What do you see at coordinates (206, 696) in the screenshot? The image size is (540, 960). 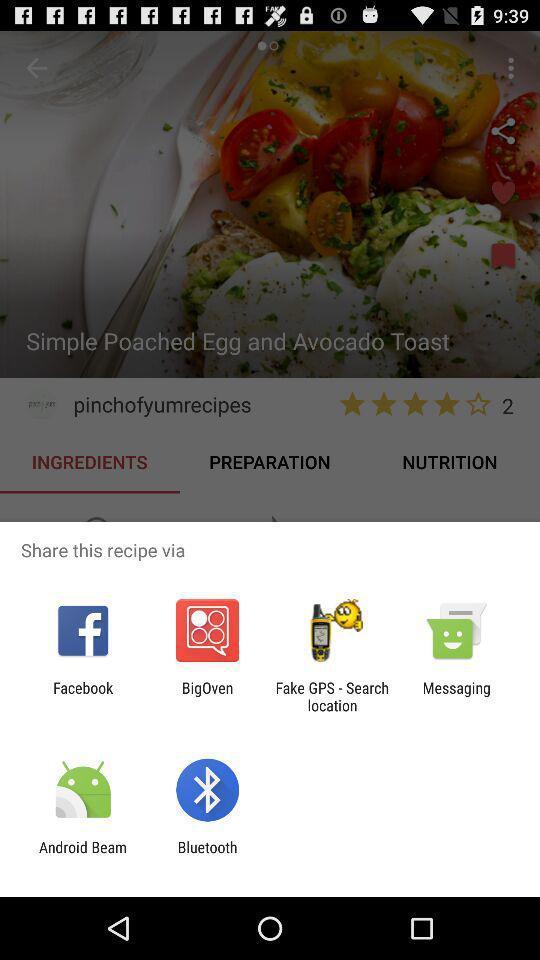 I see `the item next to the fake gps search icon` at bounding box center [206, 696].